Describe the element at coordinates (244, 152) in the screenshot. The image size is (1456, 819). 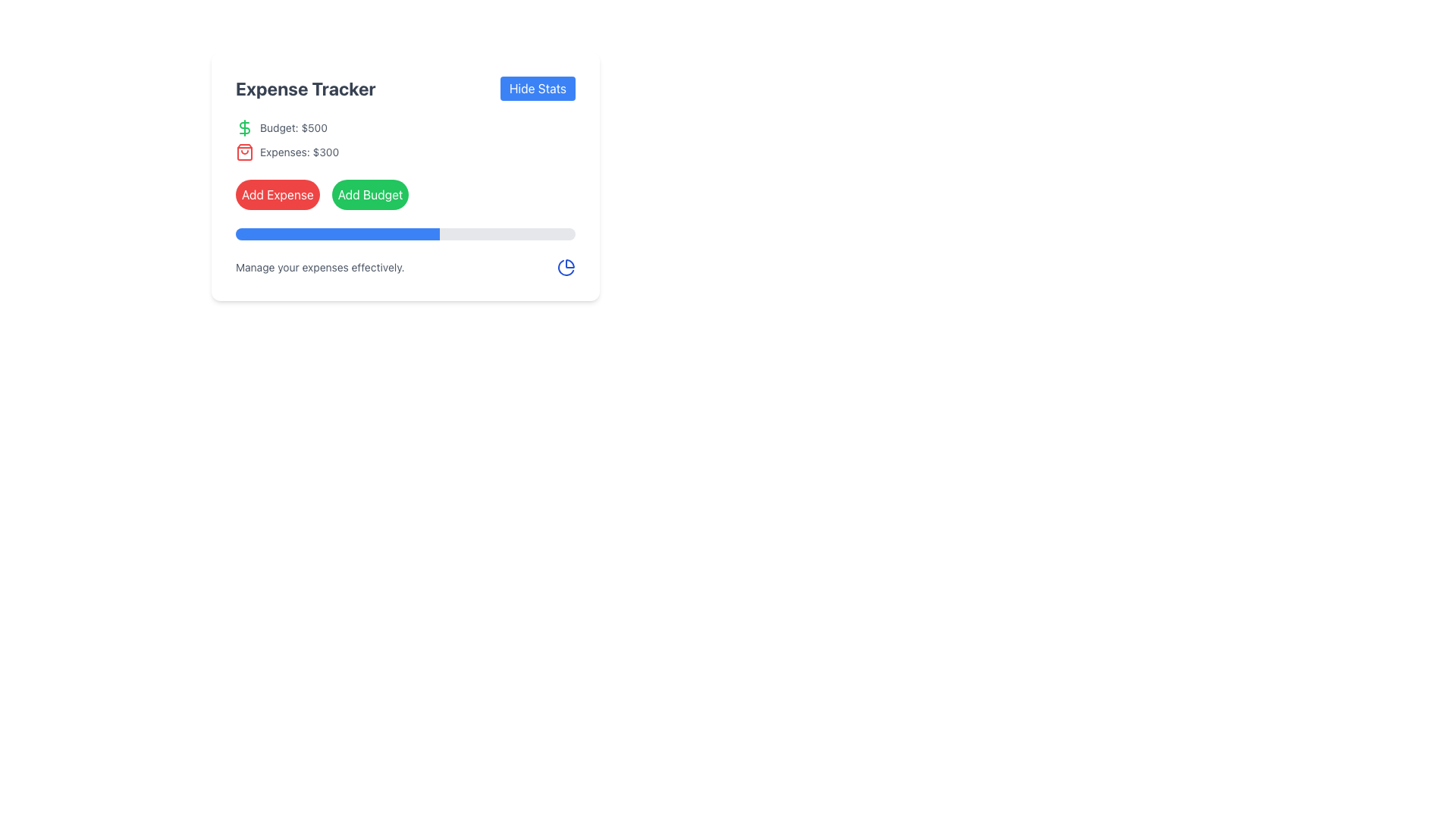
I see `the red shopping bag icon located next to the text 'Expenses: $300', which indicates expense-related features` at that location.